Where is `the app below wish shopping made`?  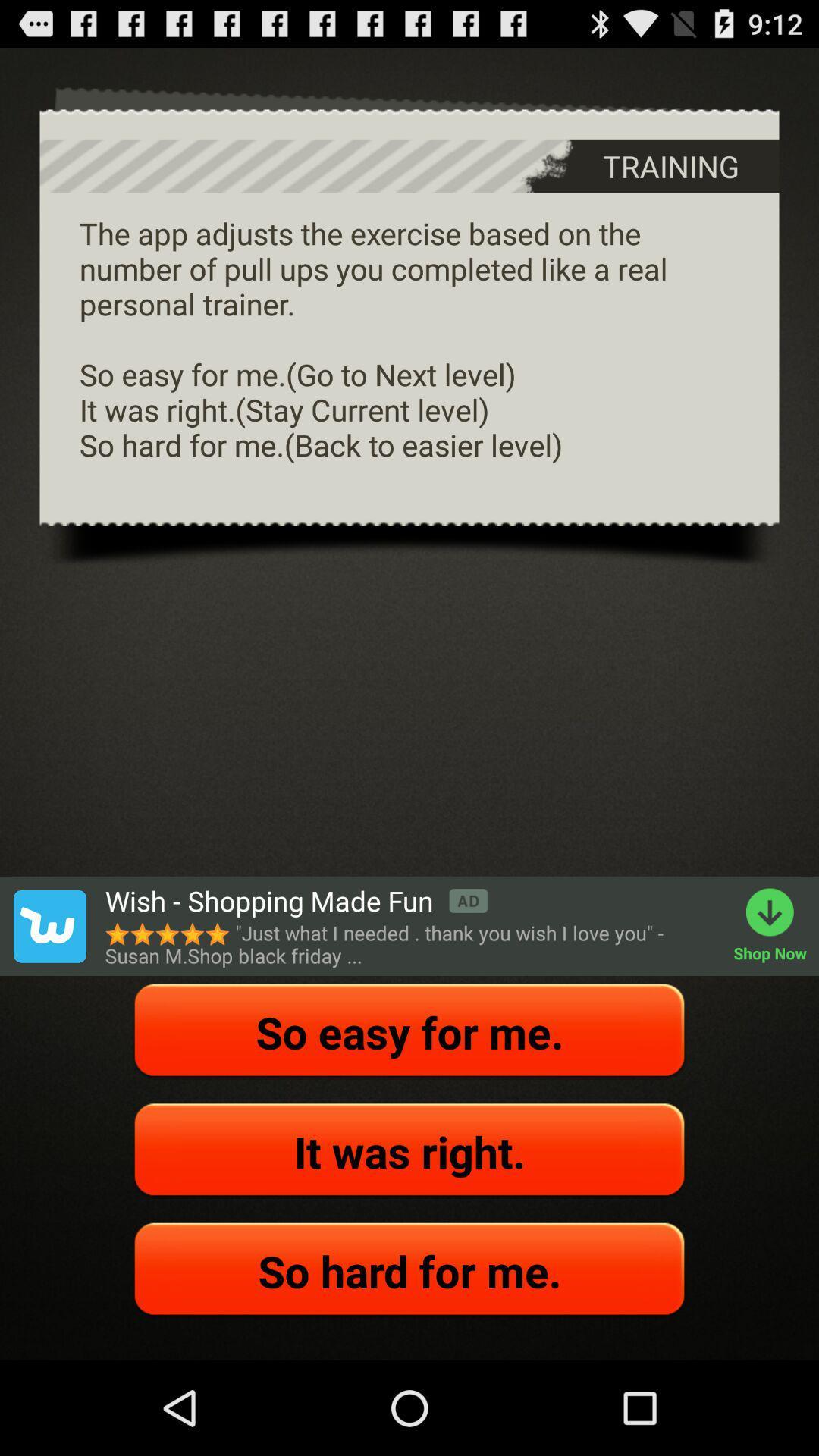 the app below wish shopping made is located at coordinates (411, 943).